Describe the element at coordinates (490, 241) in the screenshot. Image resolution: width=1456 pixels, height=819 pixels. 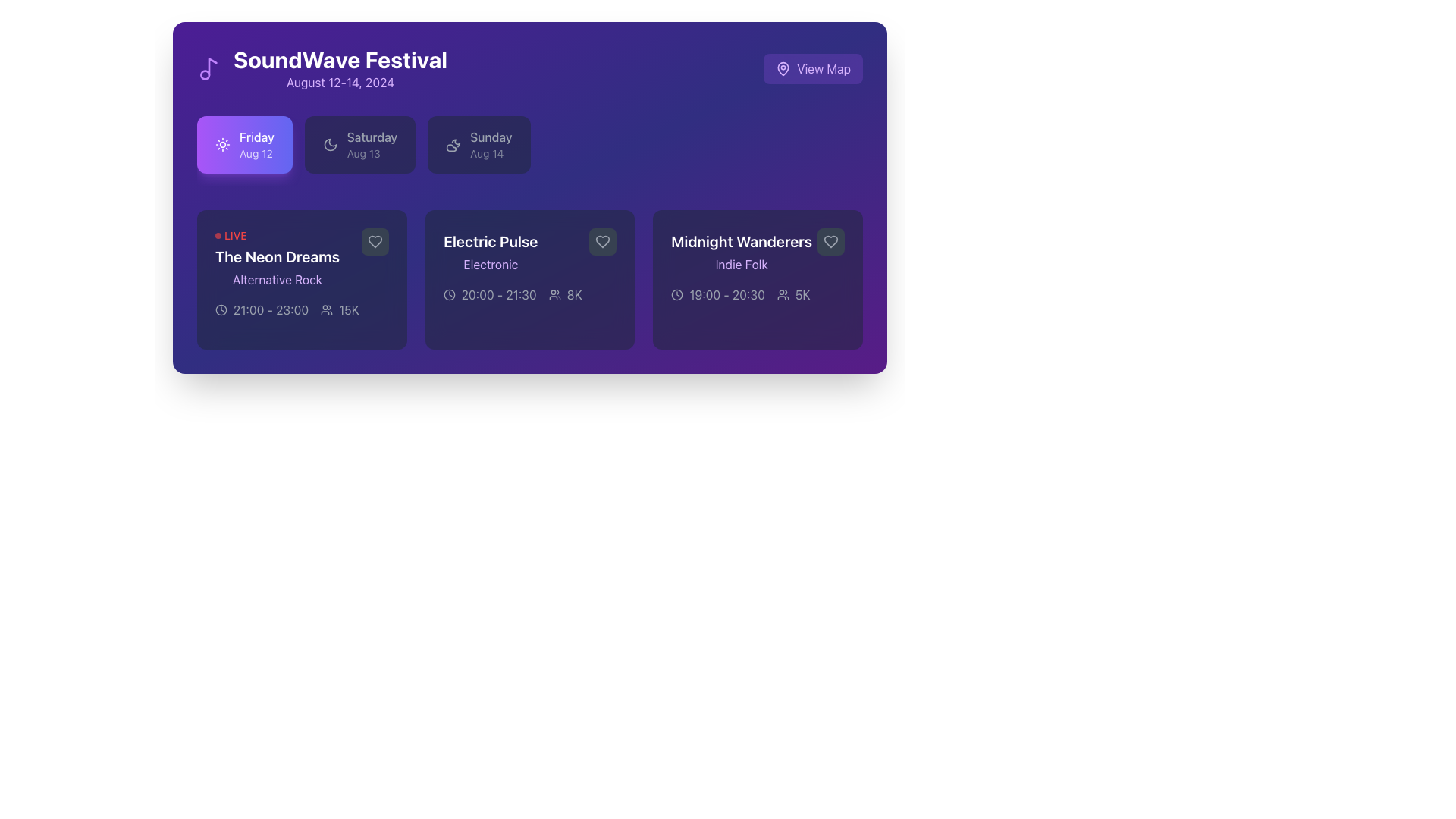
I see `the 'Electric Pulse' text label, which is prominently displayed in bold white font against a dark background, centrally located in the middle card of the second column of event cards, positioned between 'The Neon Dreams' and 'Midnight Wanderers'` at that location.